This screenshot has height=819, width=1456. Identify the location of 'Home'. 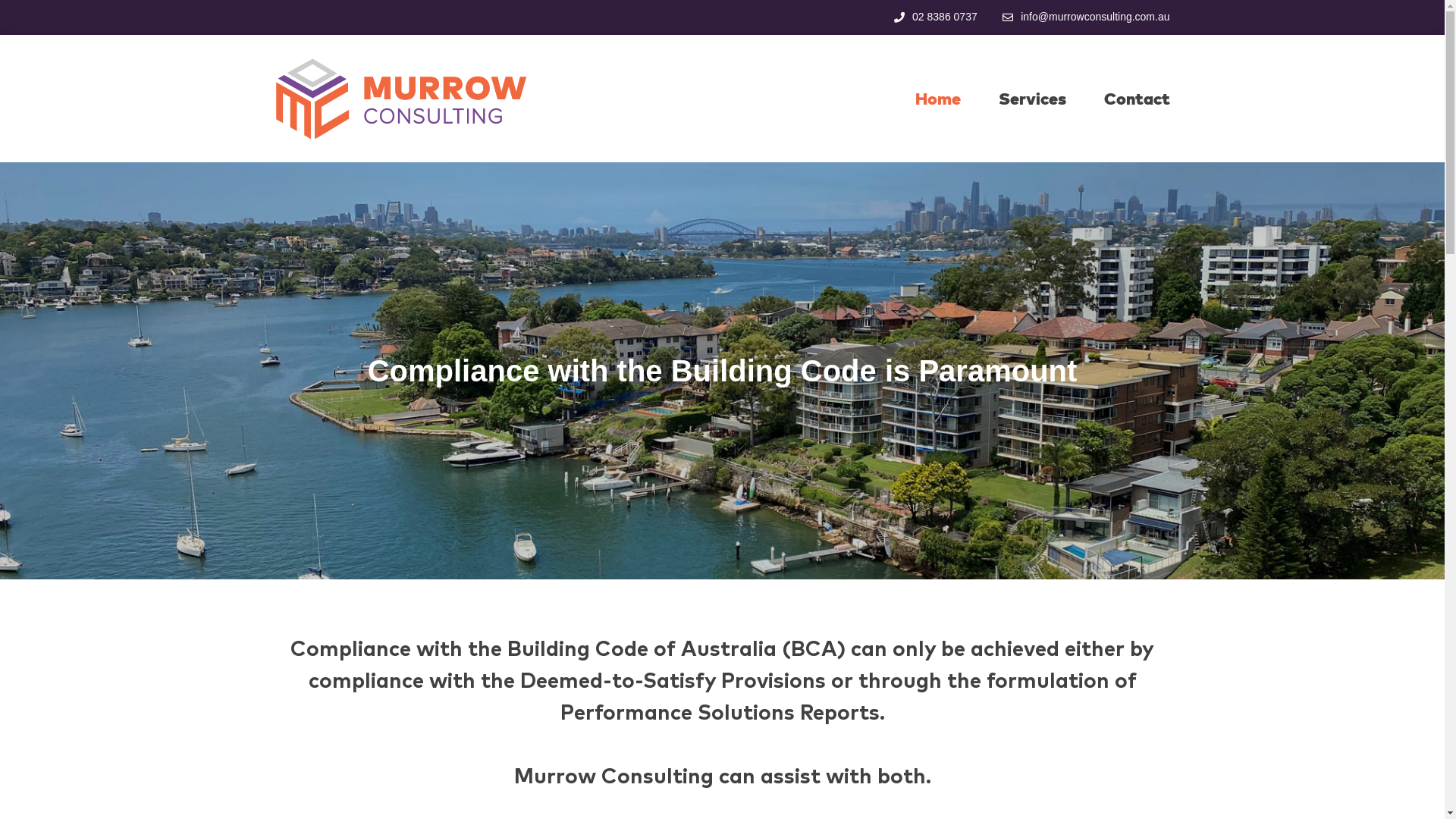
(937, 99).